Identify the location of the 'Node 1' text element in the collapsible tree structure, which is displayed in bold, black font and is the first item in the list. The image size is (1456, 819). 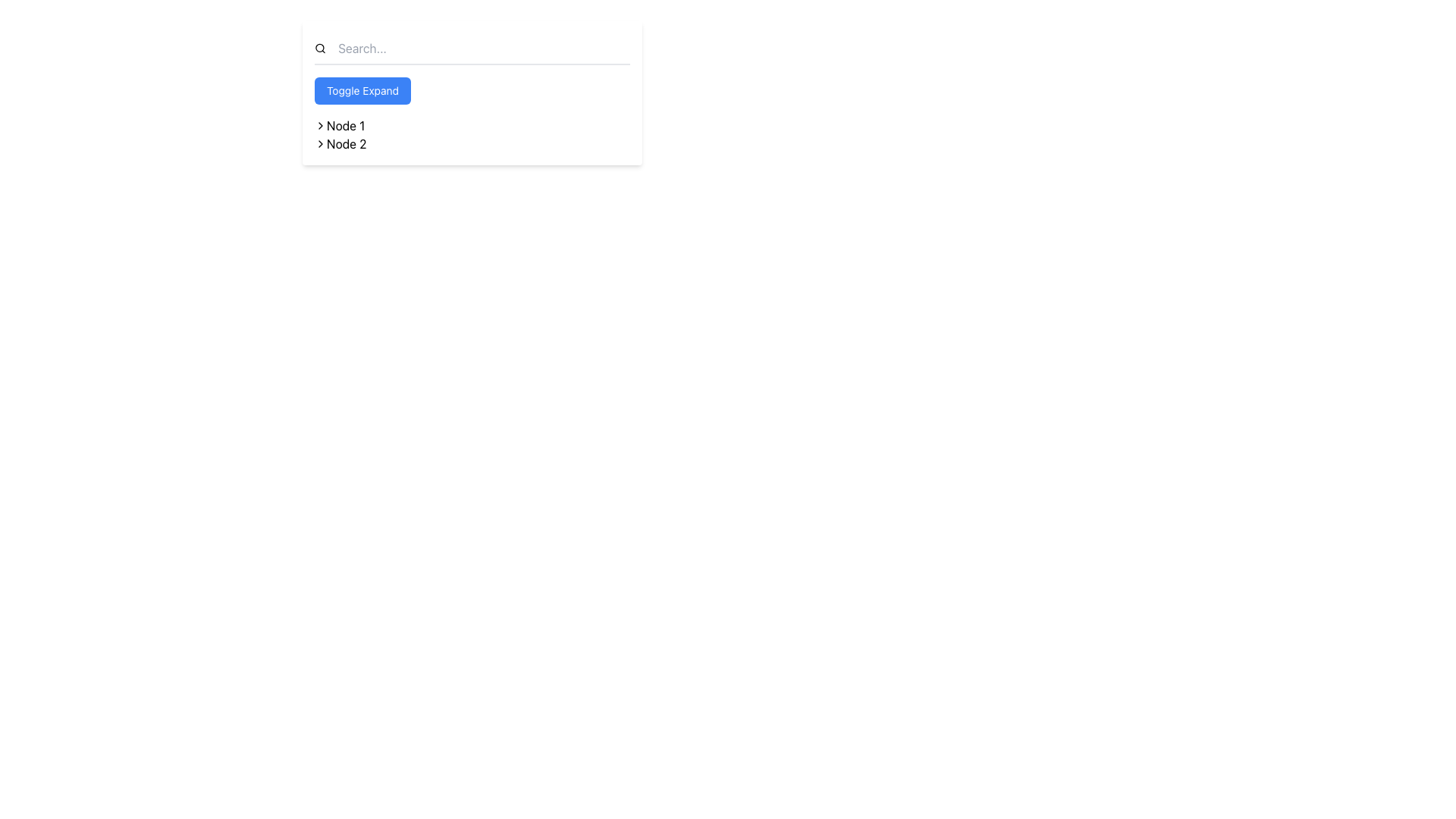
(345, 124).